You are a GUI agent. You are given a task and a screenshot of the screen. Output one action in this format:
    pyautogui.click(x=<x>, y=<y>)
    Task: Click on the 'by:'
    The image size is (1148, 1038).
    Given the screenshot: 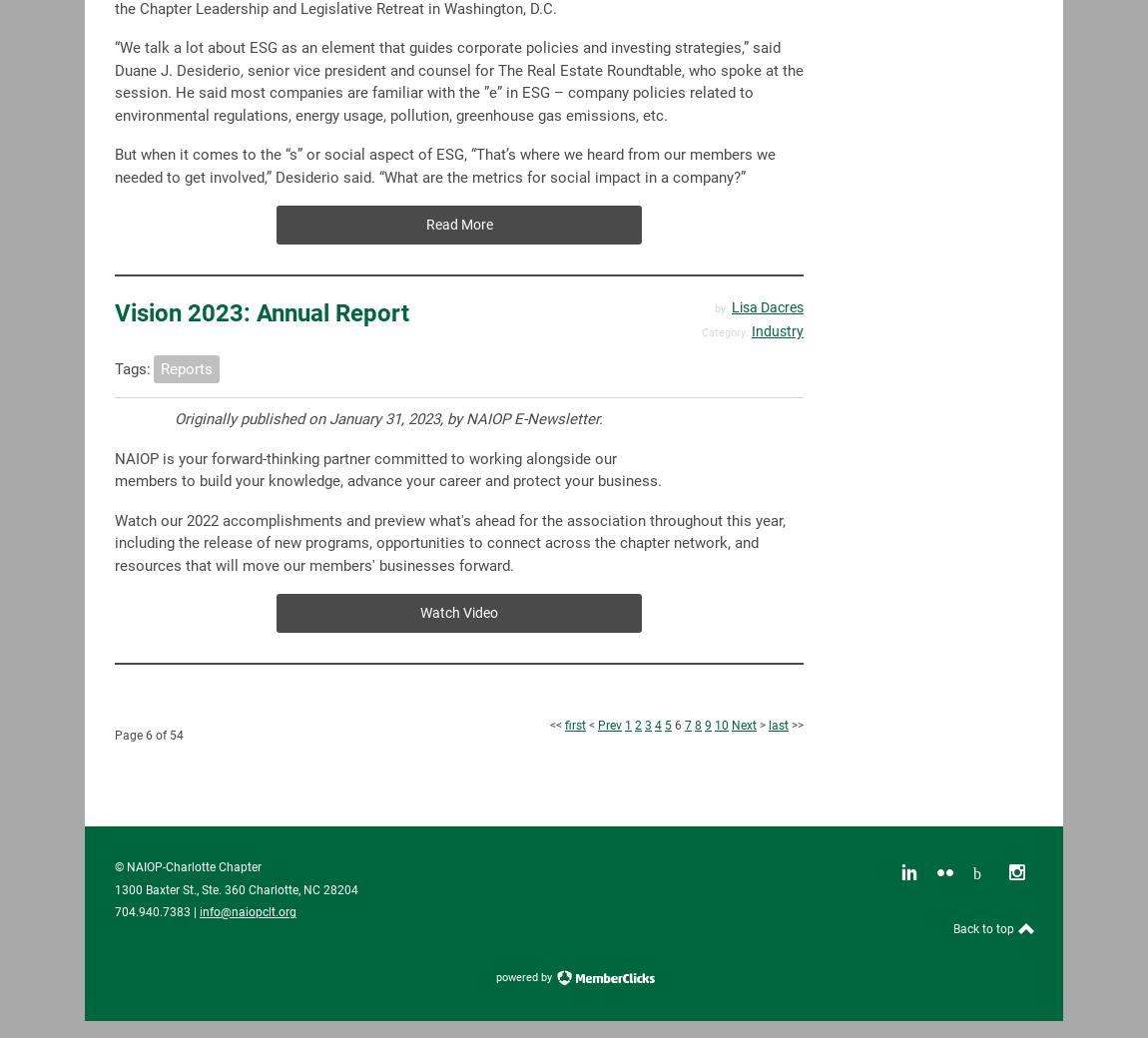 What is the action you would take?
    pyautogui.click(x=713, y=306)
    